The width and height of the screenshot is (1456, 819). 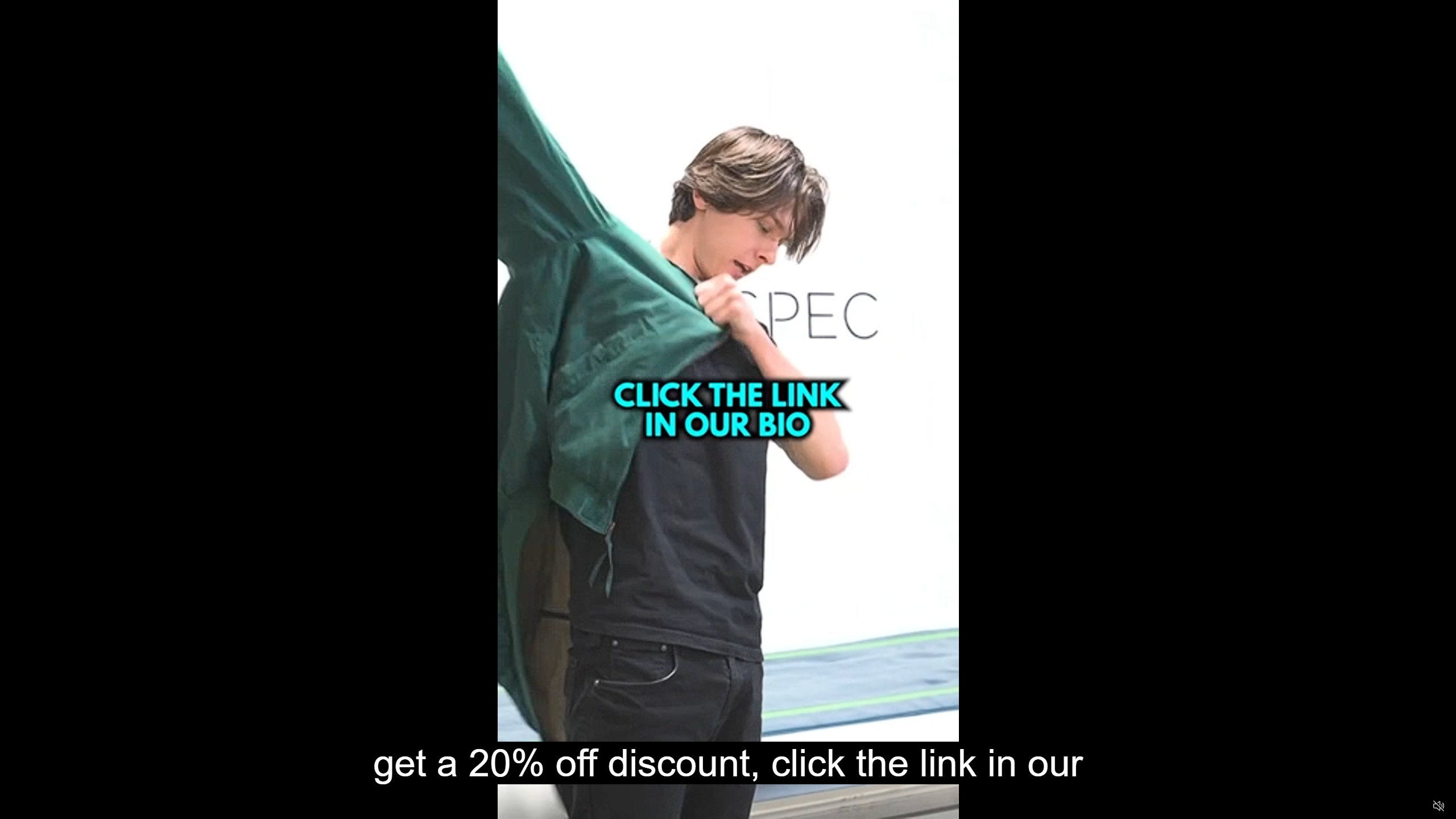 I want to click on 'Non-Fullscreen', so click(x=1417, y=806).